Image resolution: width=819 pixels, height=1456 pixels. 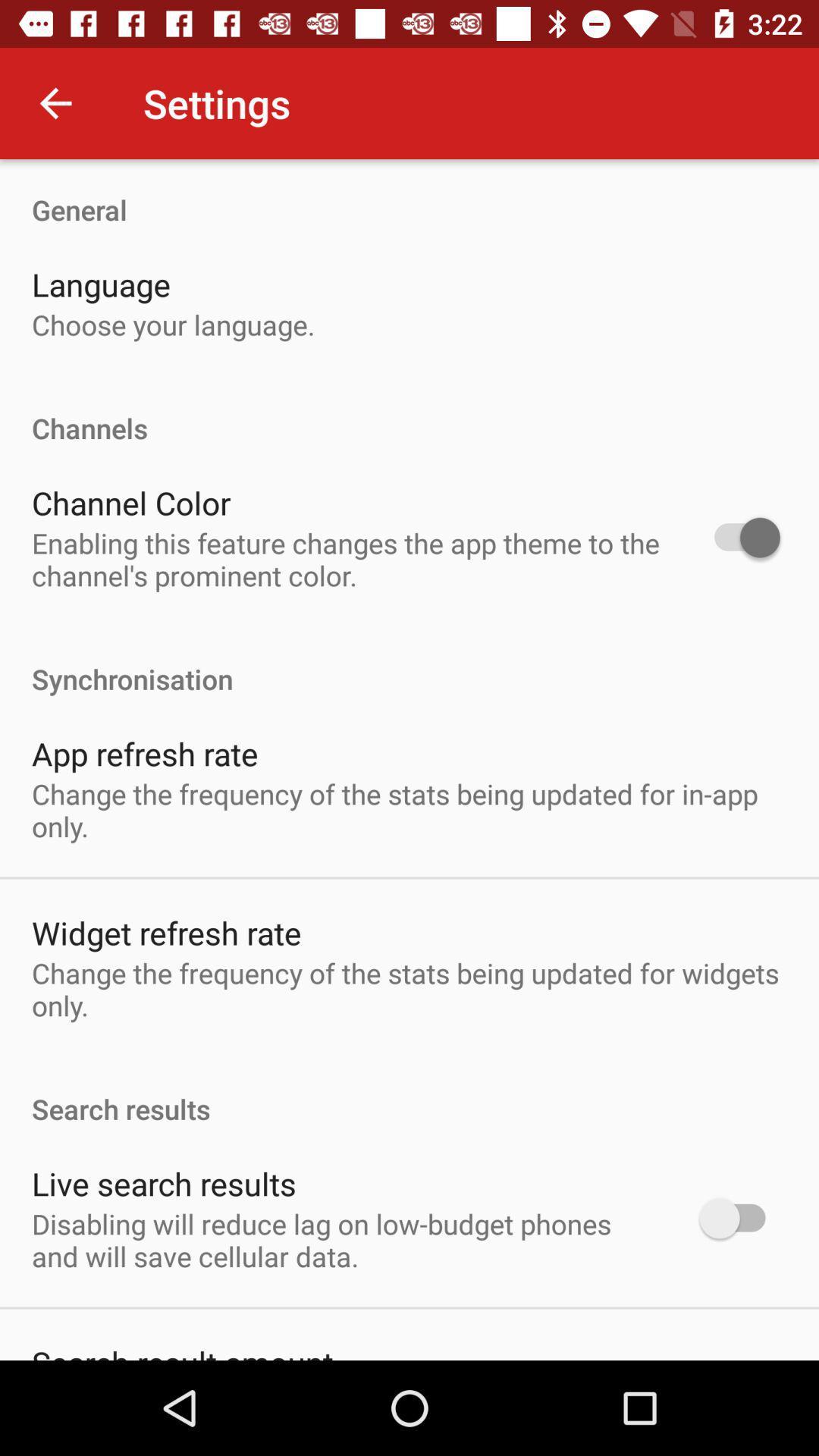 What do you see at coordinates (346, 558) in the screenshot?
I see `enabling this feature item` at bounding box center [346, 558].